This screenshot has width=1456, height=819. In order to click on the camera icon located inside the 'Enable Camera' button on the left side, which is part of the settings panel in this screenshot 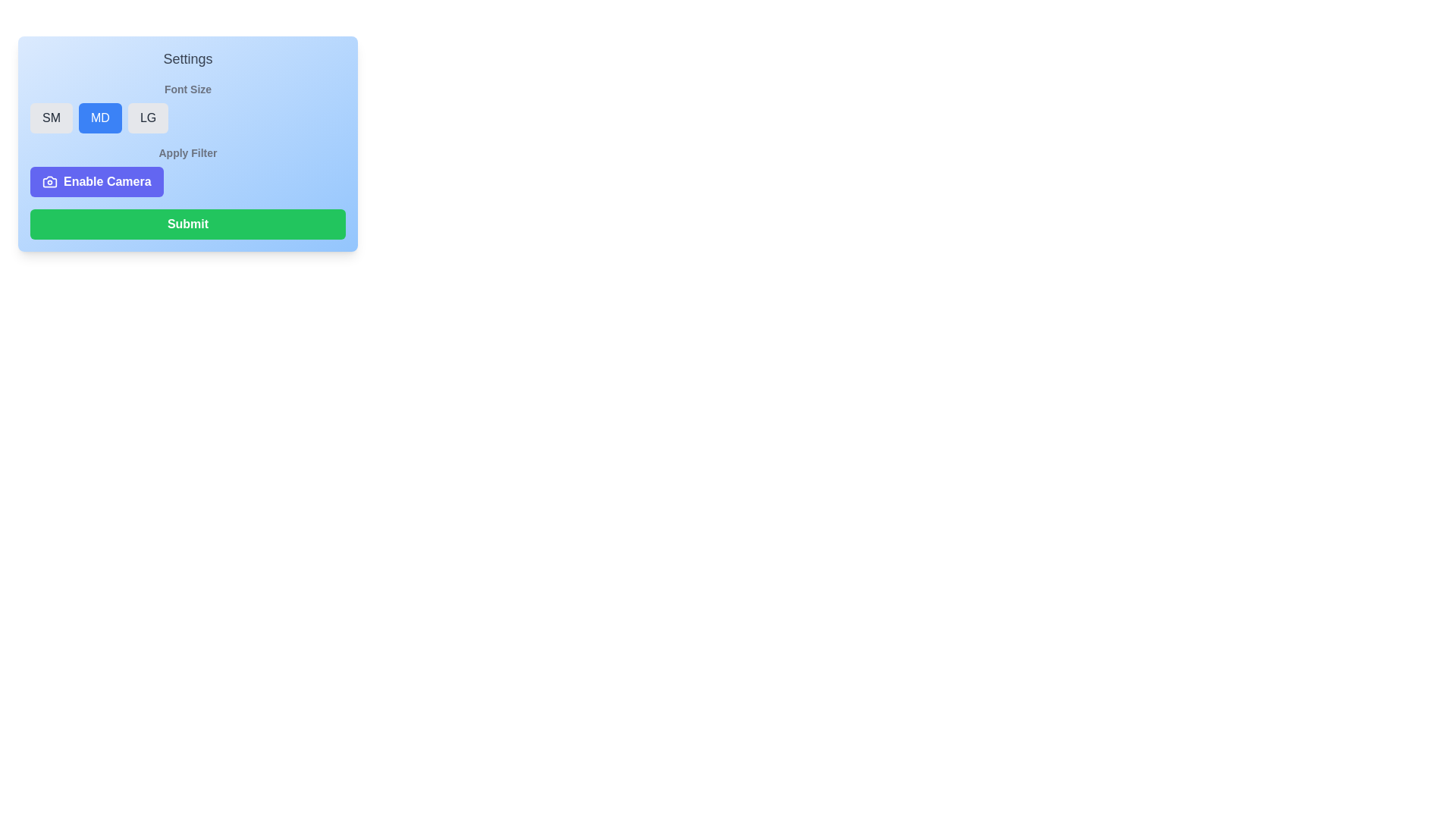, I will do `click(50, 180)`.